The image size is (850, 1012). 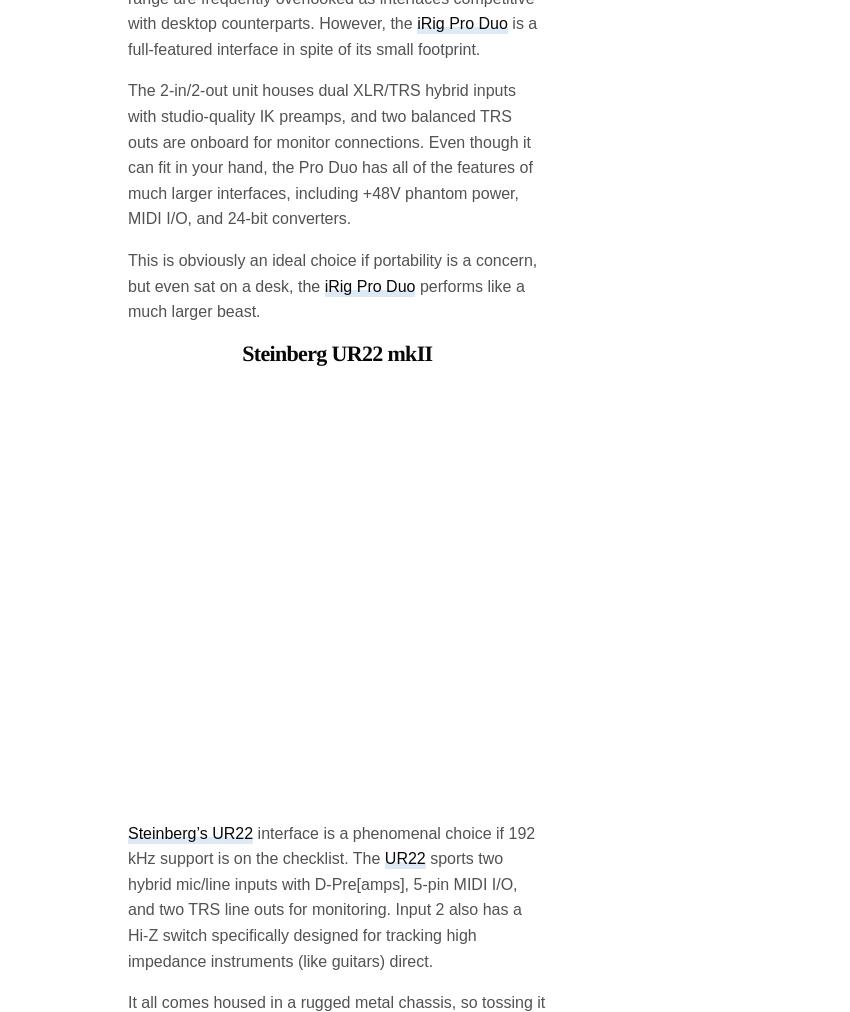 What do you see at coordinates (325, 137) in the screenshot?
I see `'performs like a much larger beast.'` at bounding box center [325, 137].